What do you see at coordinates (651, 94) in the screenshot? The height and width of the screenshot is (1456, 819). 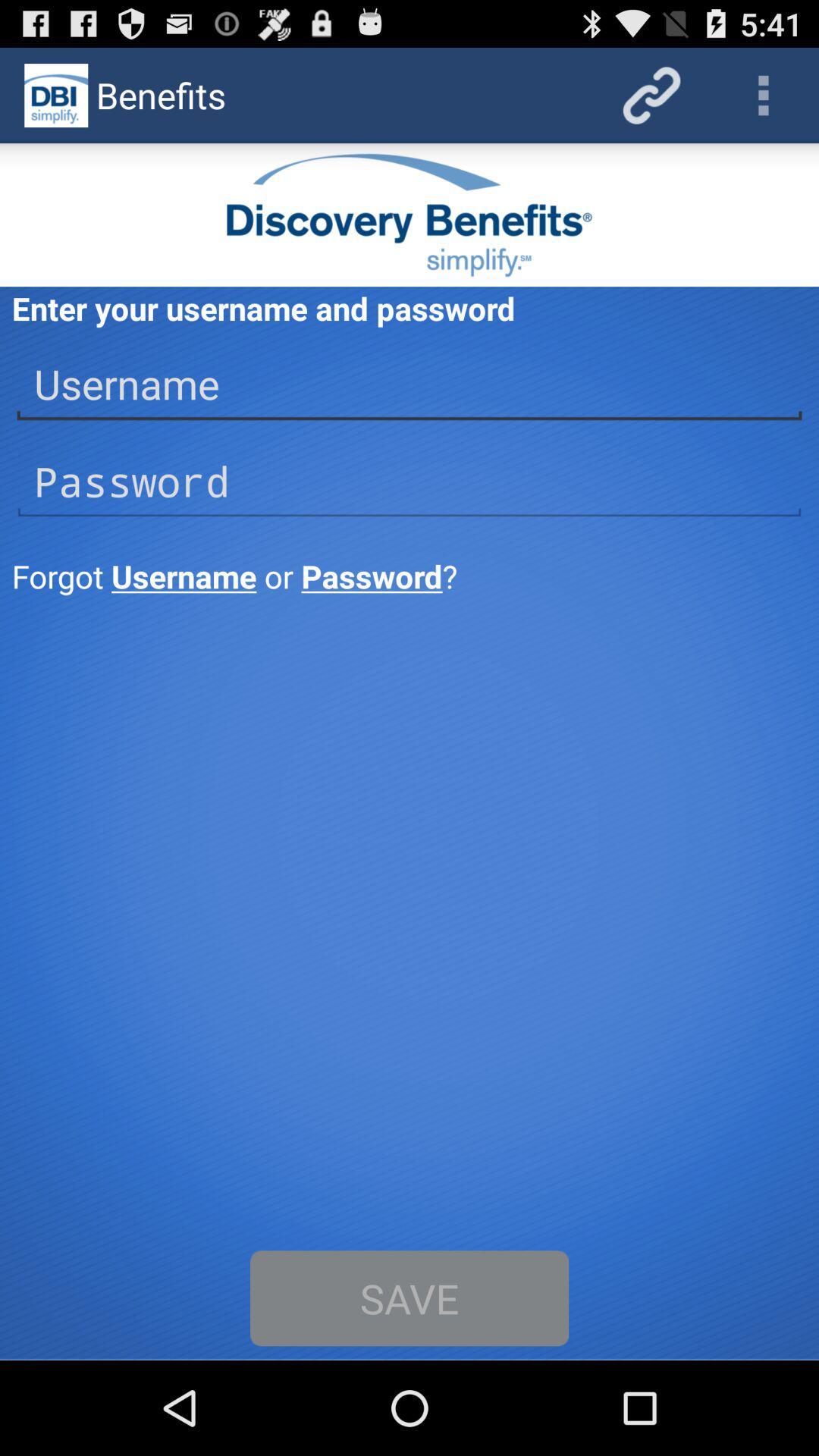 I see `option left to more button at top right` at bounding box center [651, 94].